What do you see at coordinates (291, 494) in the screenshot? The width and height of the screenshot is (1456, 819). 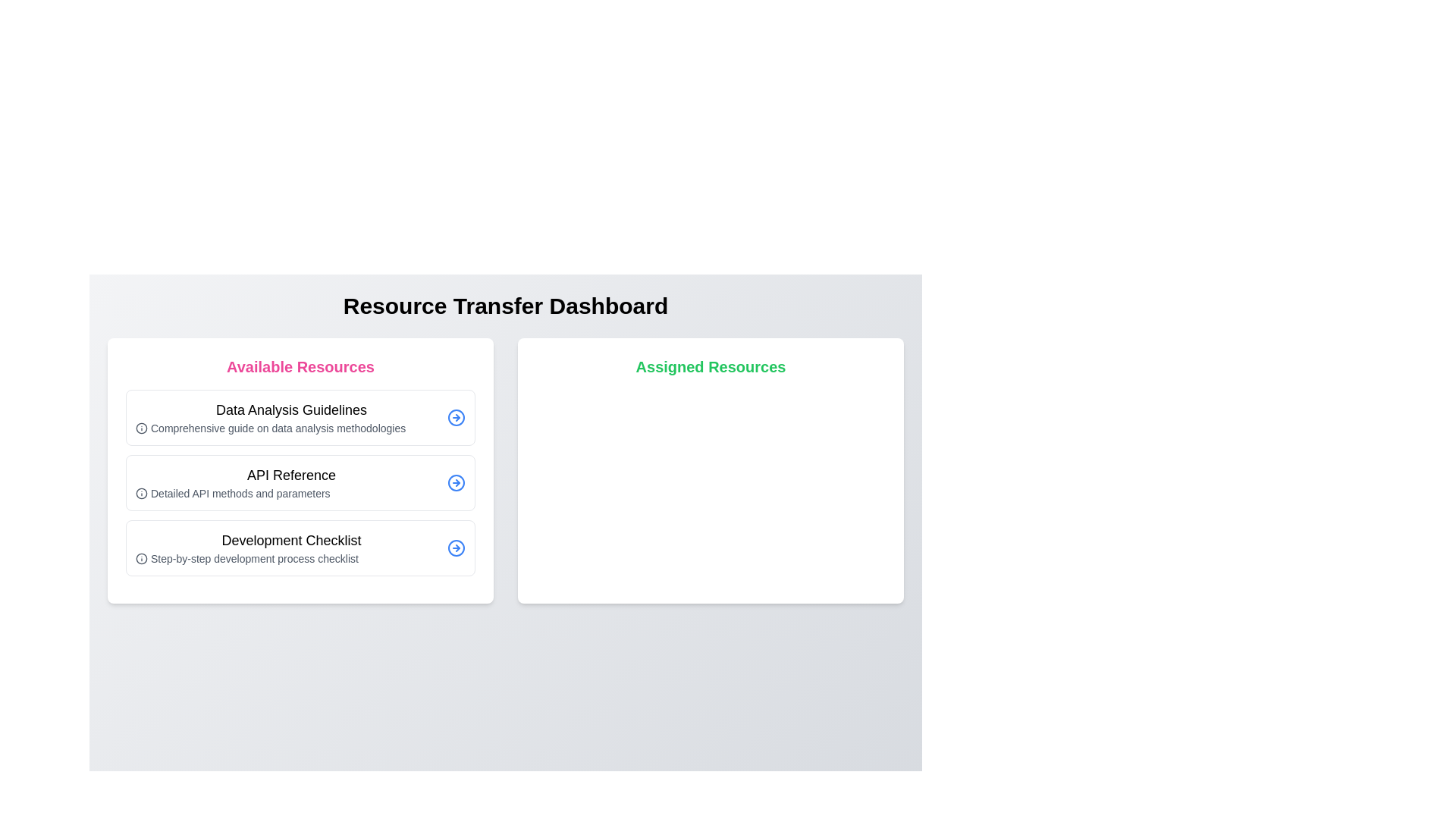 I see `the text section displaying 'Detailed API methods and parameters' with an icon, located directly below the 'API Reference' header in the 'Available Resources' card on the Resource Transfer Dashboard` at bounding box center [291, 494].